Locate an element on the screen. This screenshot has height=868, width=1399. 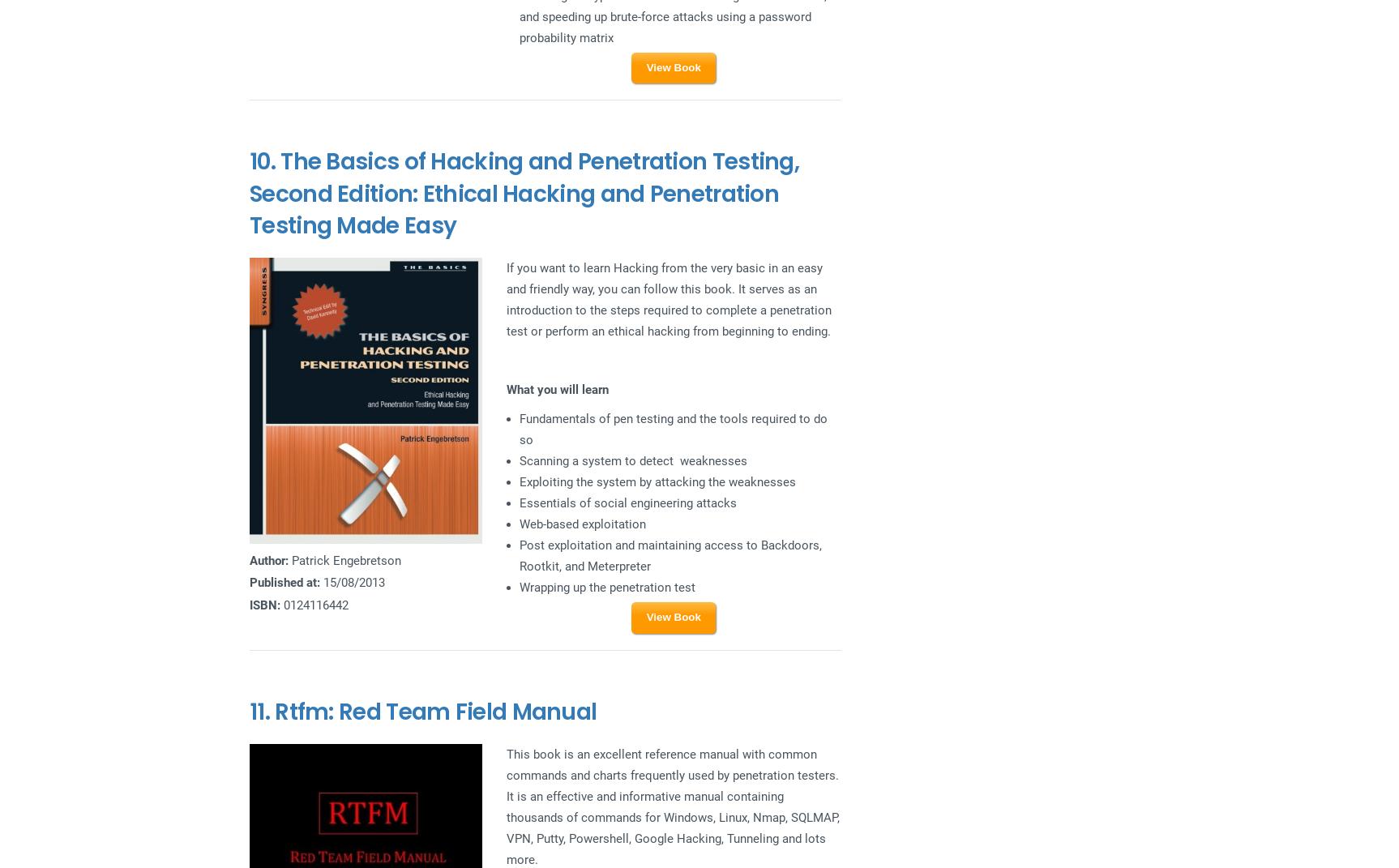
'This book is an excellent reference manual with common commands and charts frequently used by penetration testers. It is an effective and informative manual containing thousands of commands for Windows, Linux, Nmap, SQLMAP, VPN, Putty, Powershell, Google Hacking, Tunneling and lots more.' is located at coordinates (504, 805).